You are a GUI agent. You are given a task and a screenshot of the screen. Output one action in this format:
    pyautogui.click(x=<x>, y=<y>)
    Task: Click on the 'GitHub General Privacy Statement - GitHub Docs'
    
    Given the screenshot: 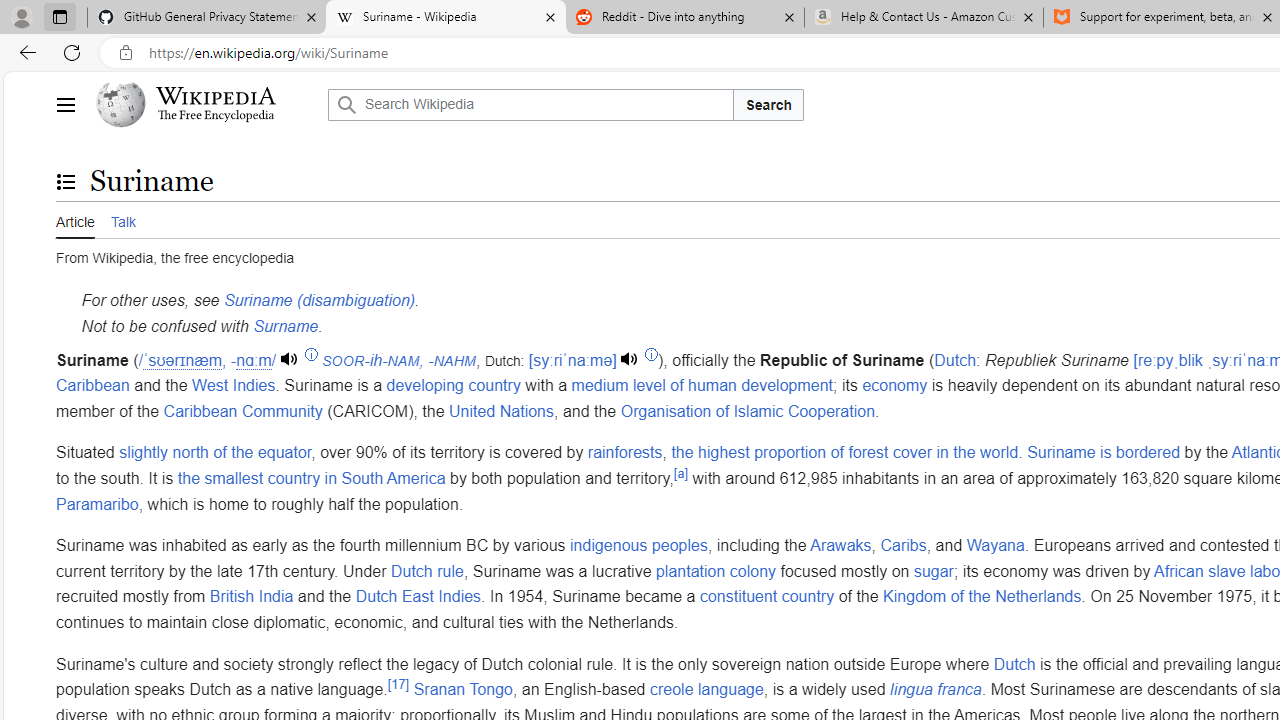 What is the action you would take?
    pyautogui.click(x=207, y=17)
    